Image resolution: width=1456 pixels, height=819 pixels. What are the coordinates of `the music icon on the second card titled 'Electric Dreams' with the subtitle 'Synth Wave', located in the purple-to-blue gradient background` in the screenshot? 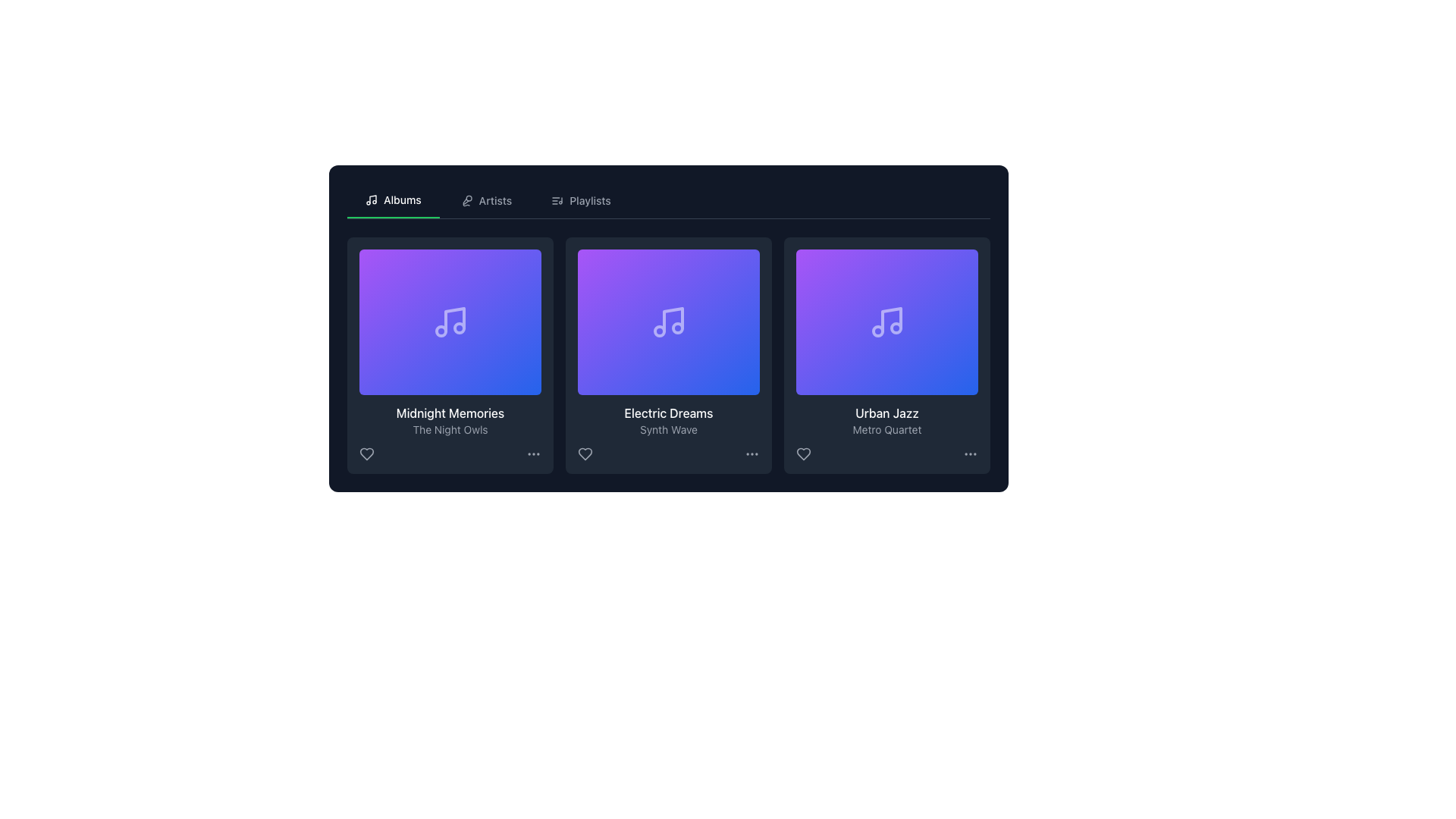 It's located at (668, 321).